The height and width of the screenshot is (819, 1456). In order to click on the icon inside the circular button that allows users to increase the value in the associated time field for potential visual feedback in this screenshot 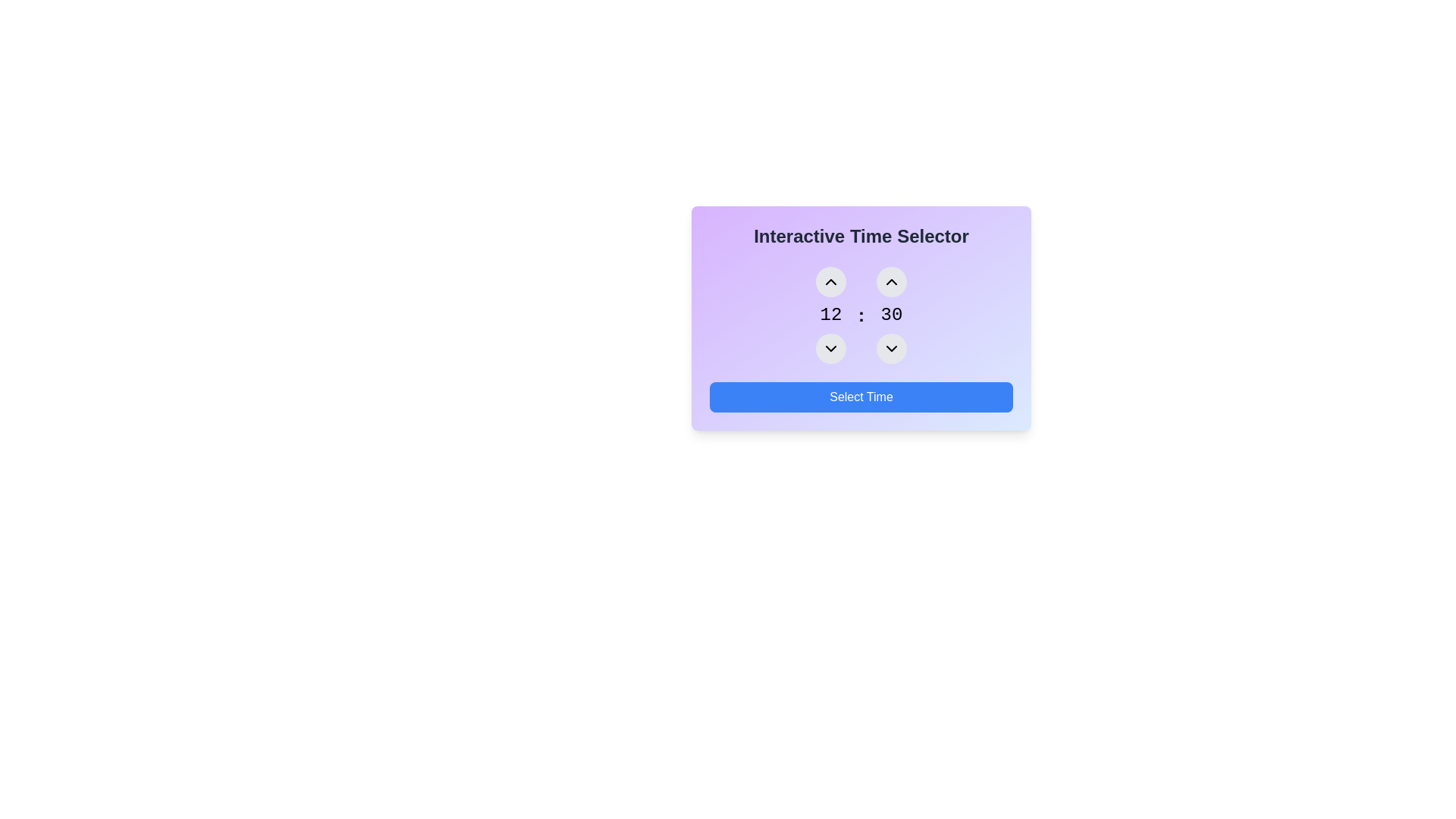, I will do `click(892, 281)`.